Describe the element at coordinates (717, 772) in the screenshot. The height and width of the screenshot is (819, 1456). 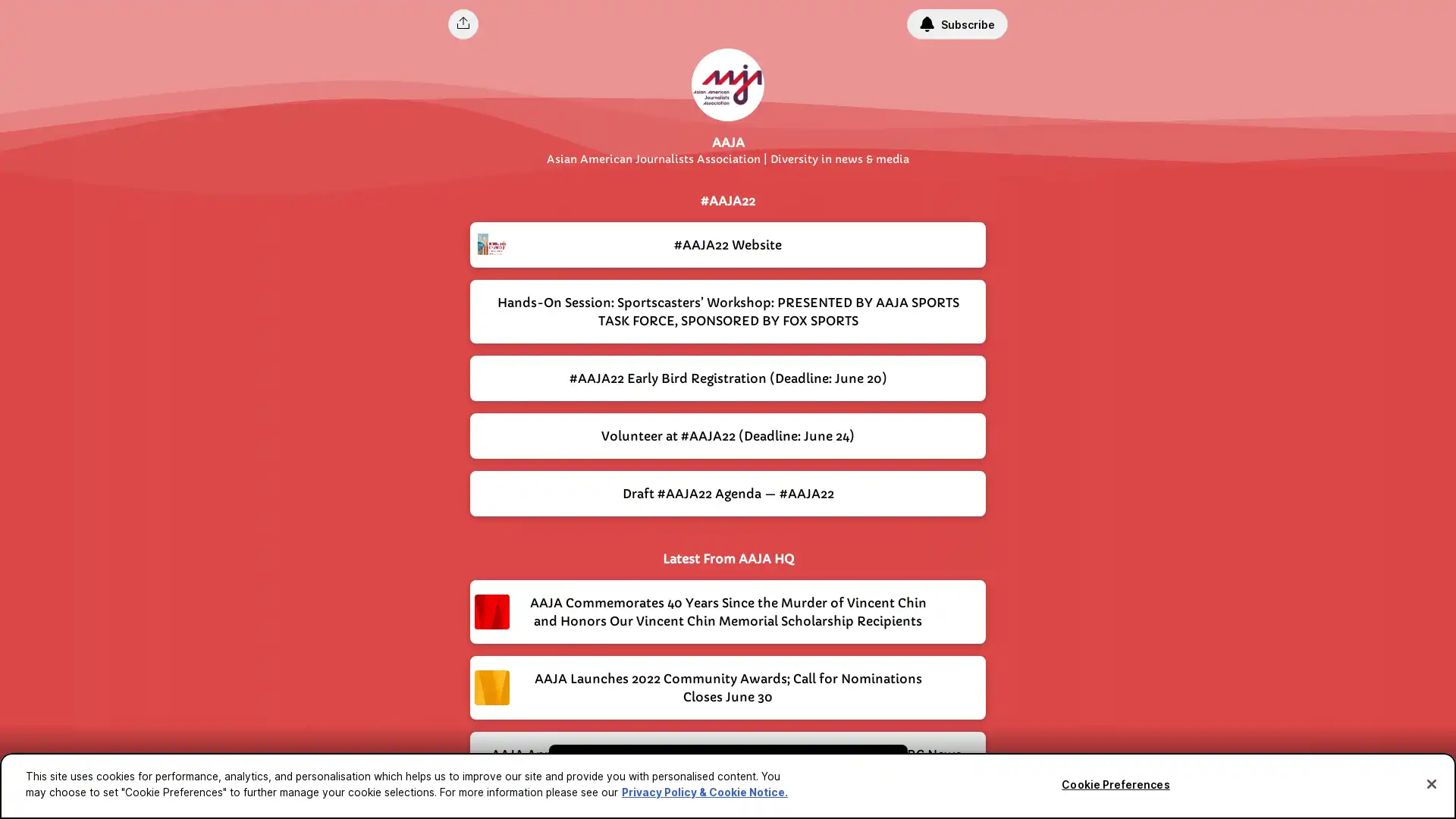
I see `Subscribe to be the first to know about new content.` at that location.